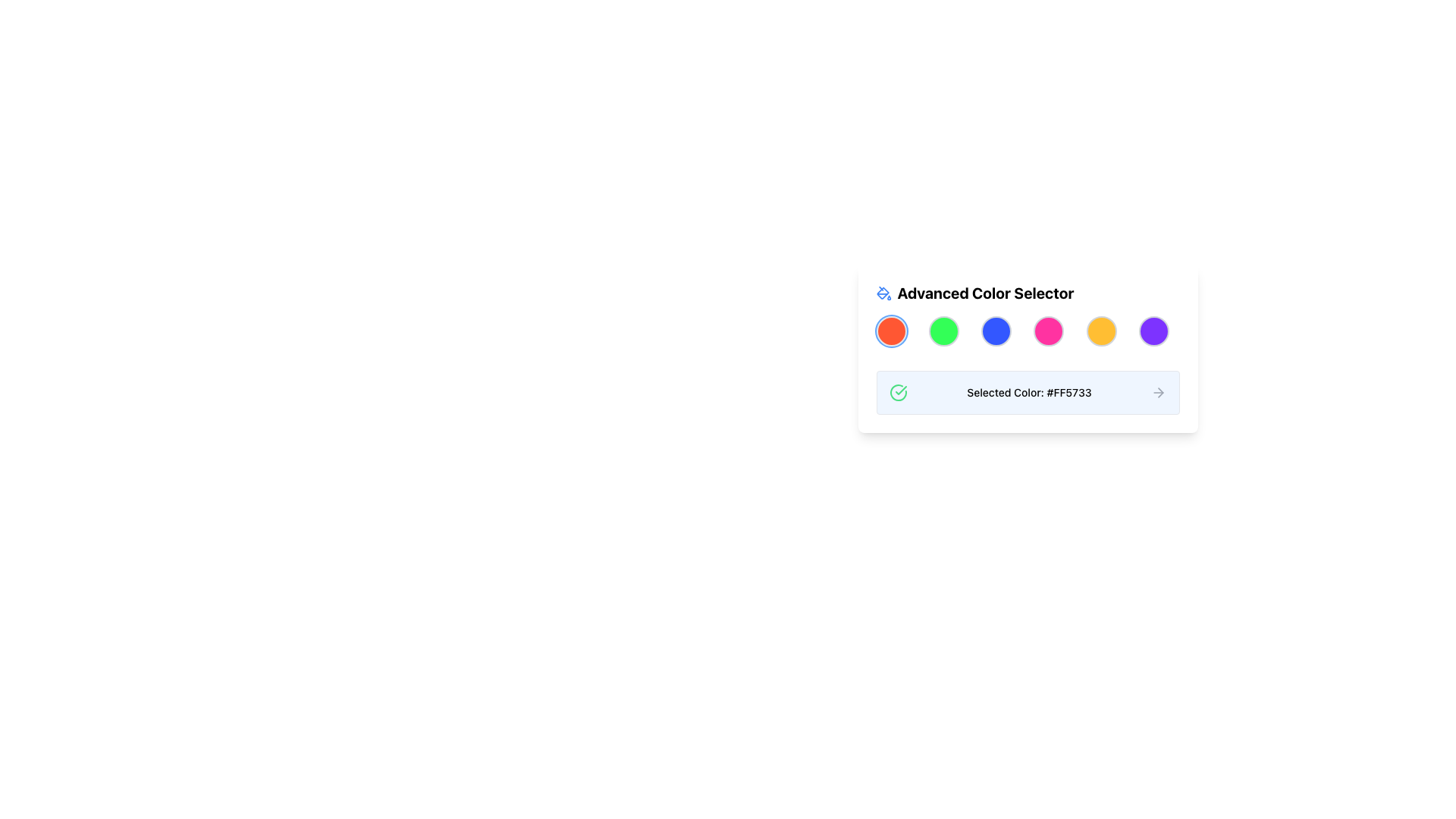 Image resolution: width=1456 pixels, height=819 pixels. I want to click on the circular golden-yellow button with a gray border, so click(1101, 330).